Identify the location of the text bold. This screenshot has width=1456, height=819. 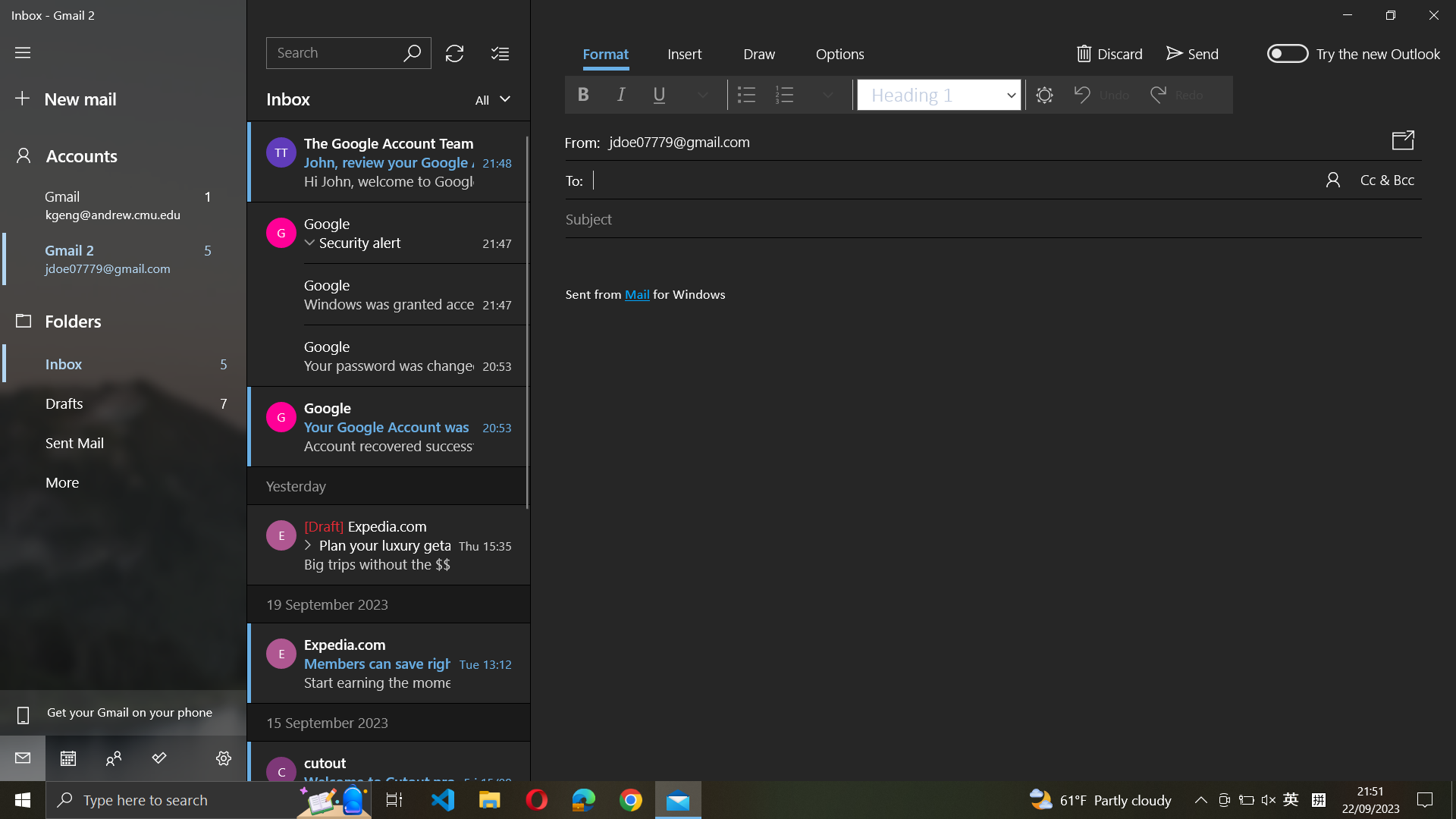
(582, 93).